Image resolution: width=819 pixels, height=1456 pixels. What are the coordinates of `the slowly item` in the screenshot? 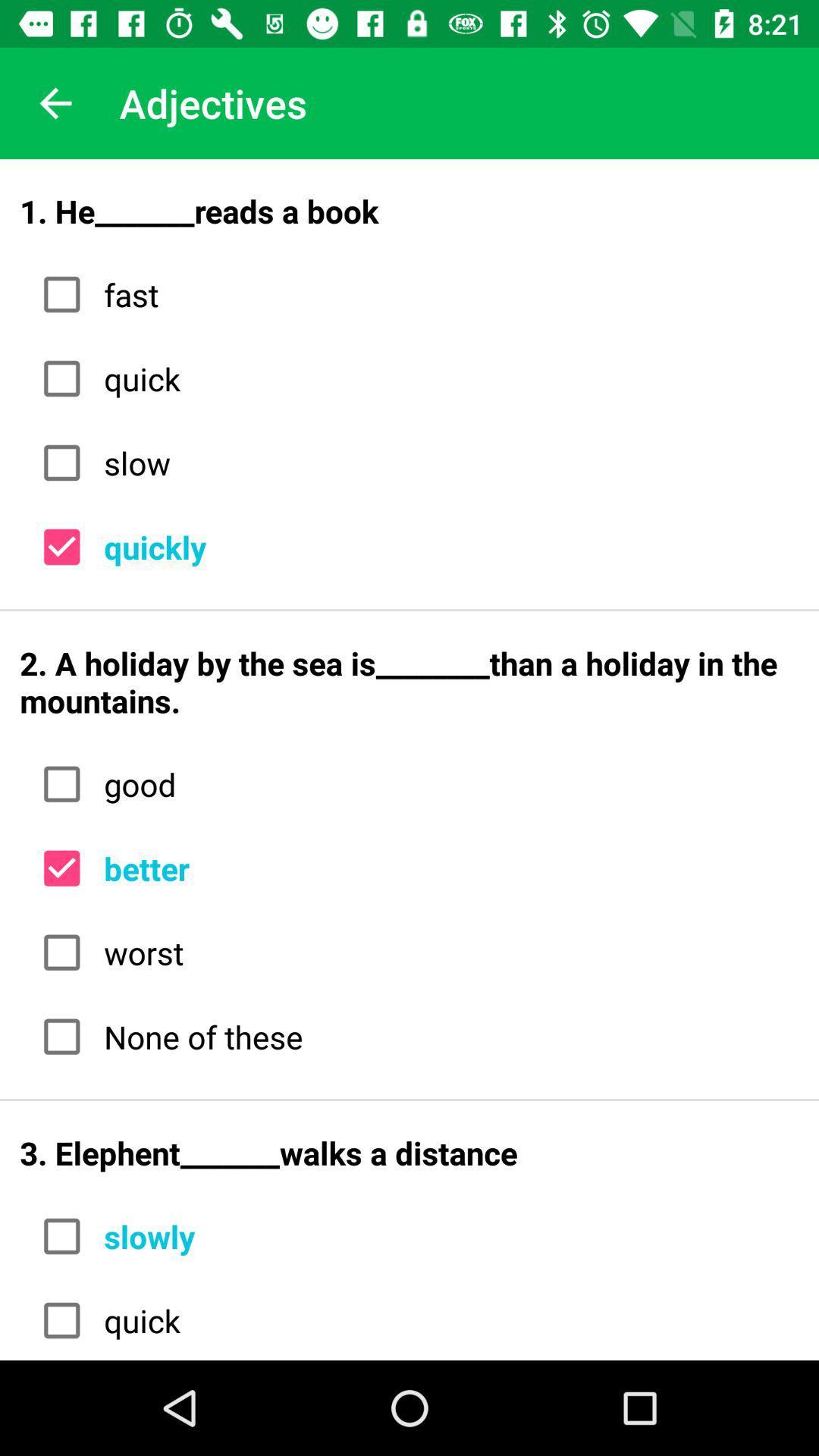 It's located at (445, 1236).